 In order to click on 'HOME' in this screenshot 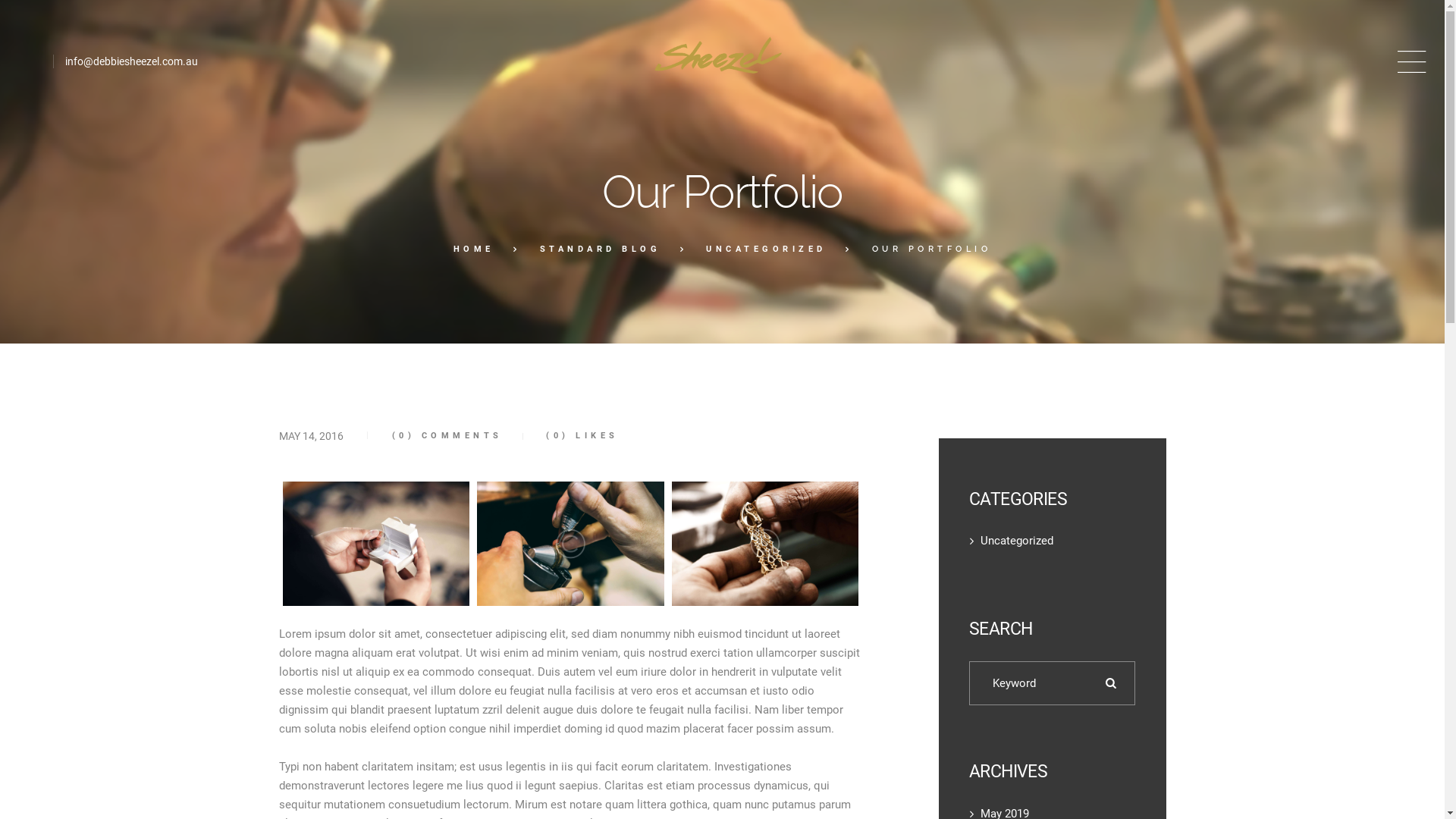, I will do `click(472, 248)`.